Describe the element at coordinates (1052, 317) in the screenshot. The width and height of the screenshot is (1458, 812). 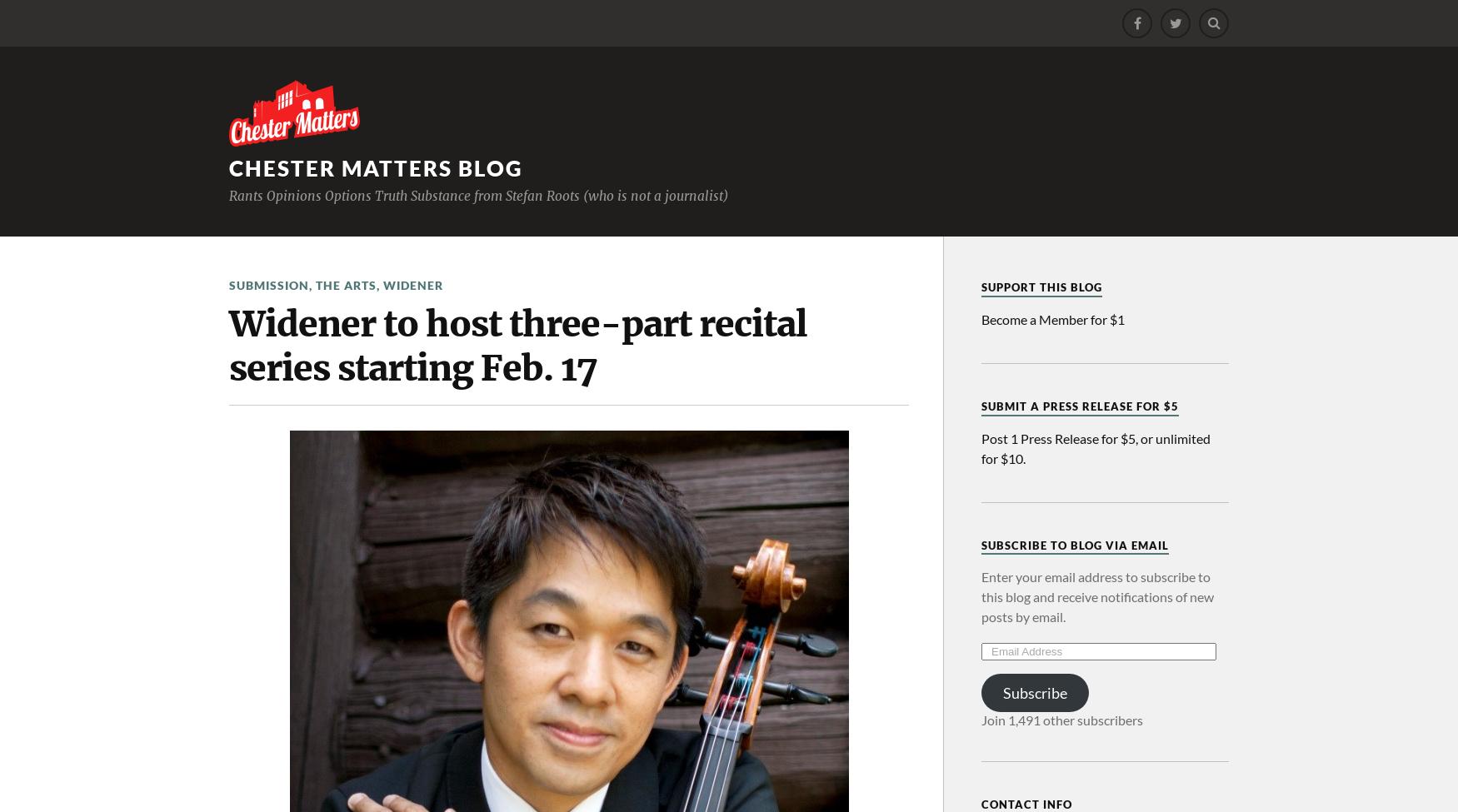
I see `'Become a Member for $1'` at that location.